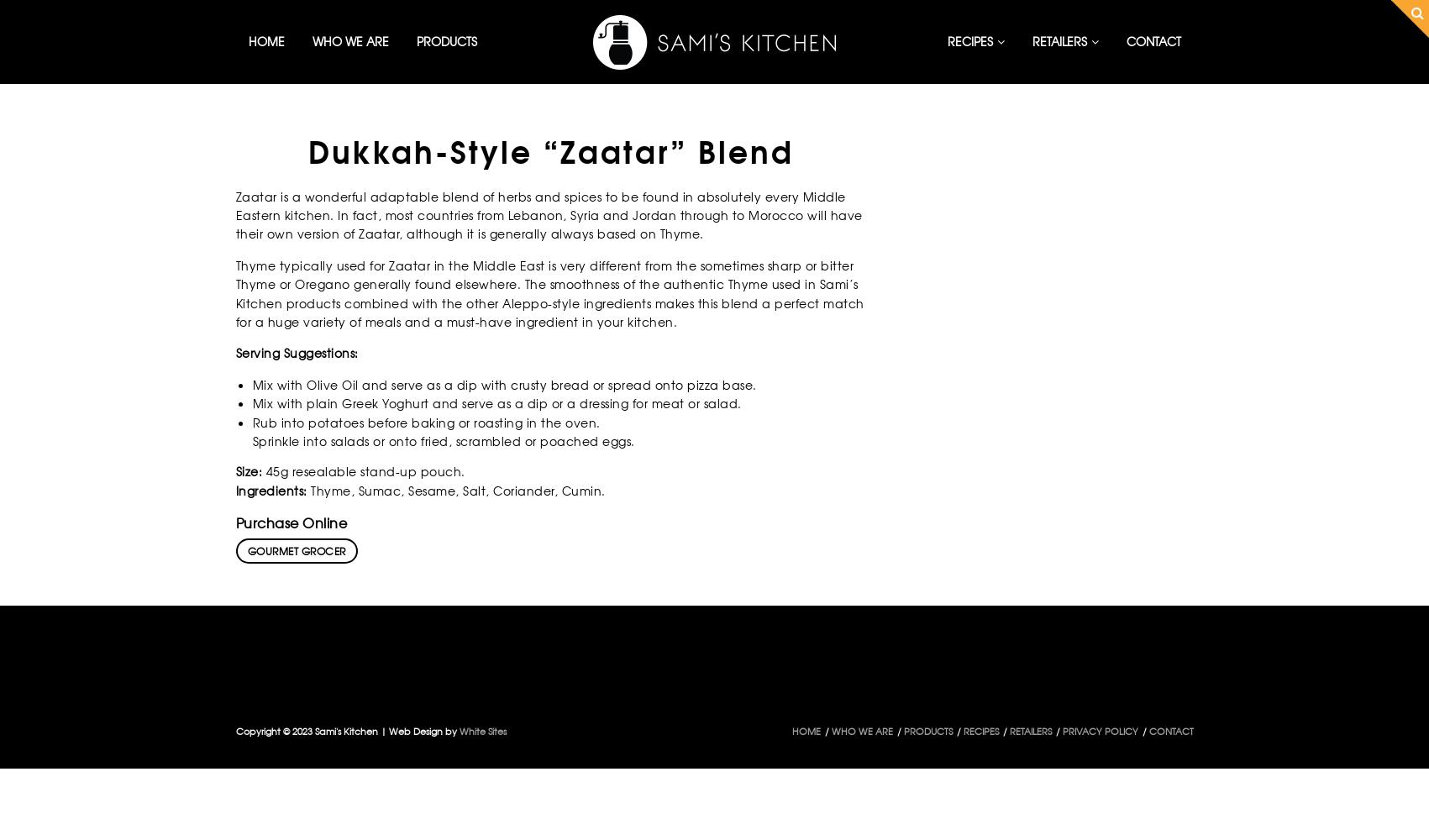 This screenshot has height=840, width=1429. I want to click on 'Gourmet Grocer', so click(296, 551).